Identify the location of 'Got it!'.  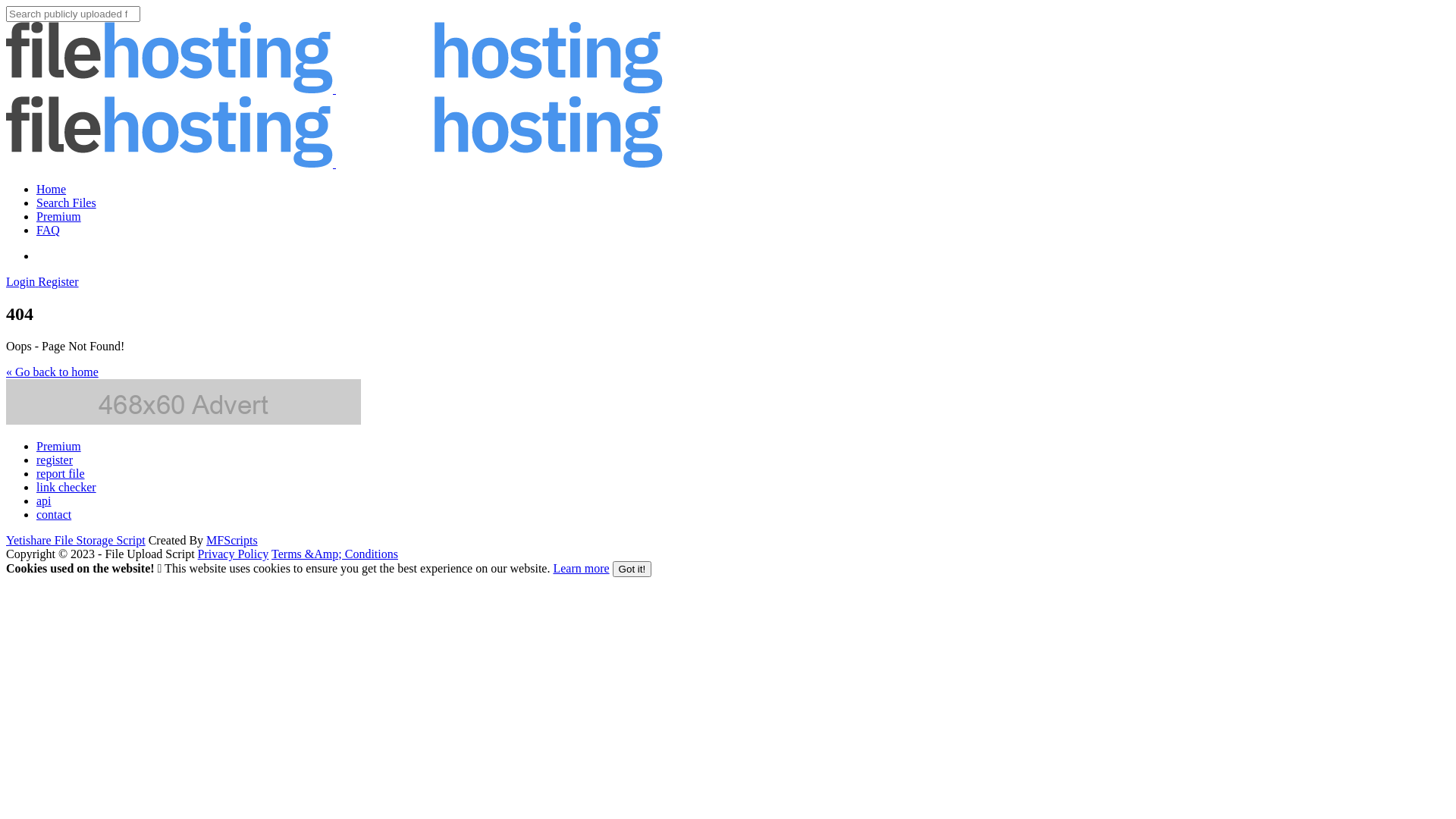
(632, 569).